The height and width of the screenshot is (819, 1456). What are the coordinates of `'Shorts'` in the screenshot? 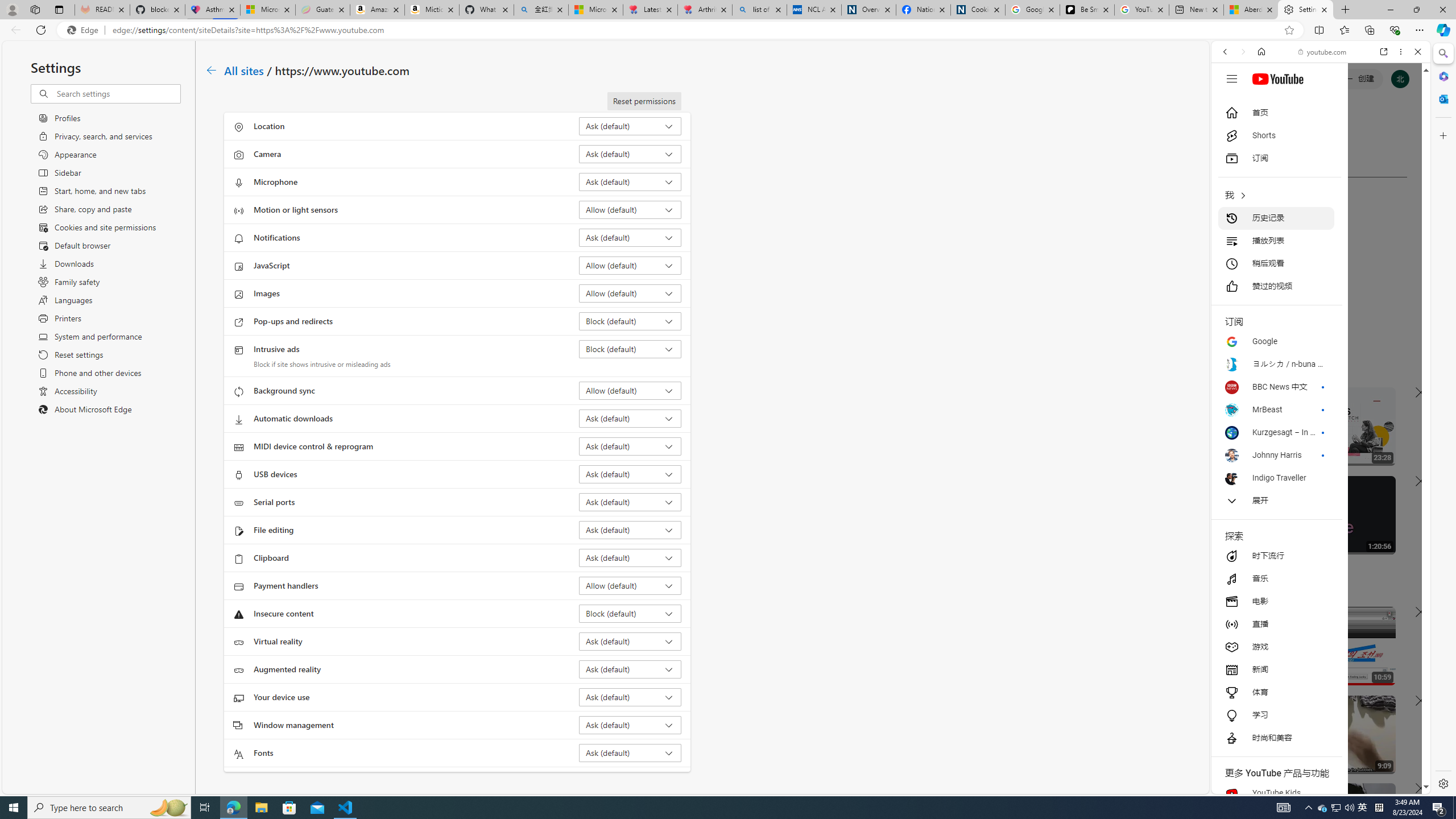 It's located at (1275, 135).